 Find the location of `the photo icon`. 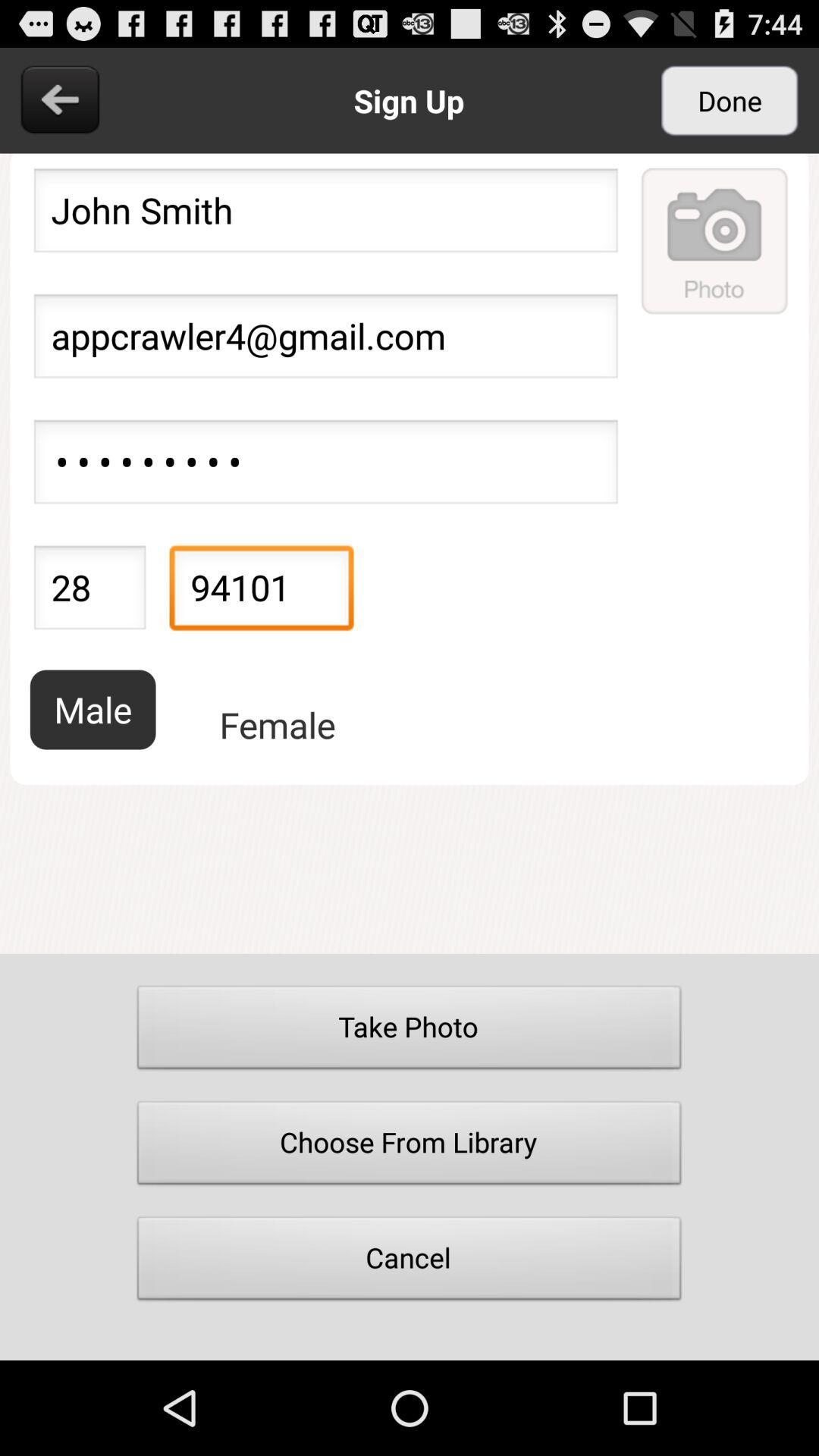

the photo icon is located at coordinates (715, 257).